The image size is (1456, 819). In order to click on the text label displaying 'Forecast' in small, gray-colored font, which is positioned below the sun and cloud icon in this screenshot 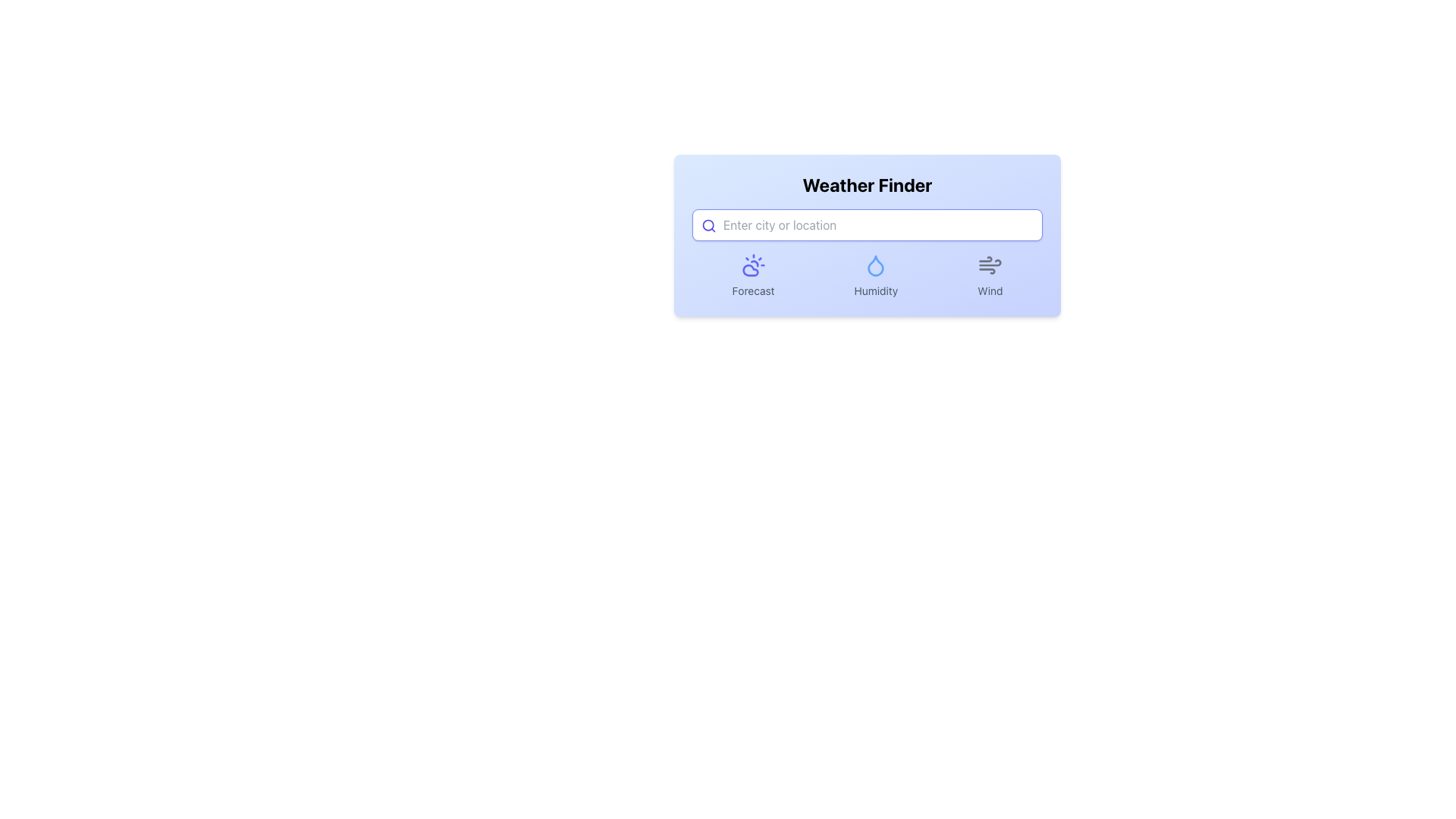, I will do `click(753, 291)`.